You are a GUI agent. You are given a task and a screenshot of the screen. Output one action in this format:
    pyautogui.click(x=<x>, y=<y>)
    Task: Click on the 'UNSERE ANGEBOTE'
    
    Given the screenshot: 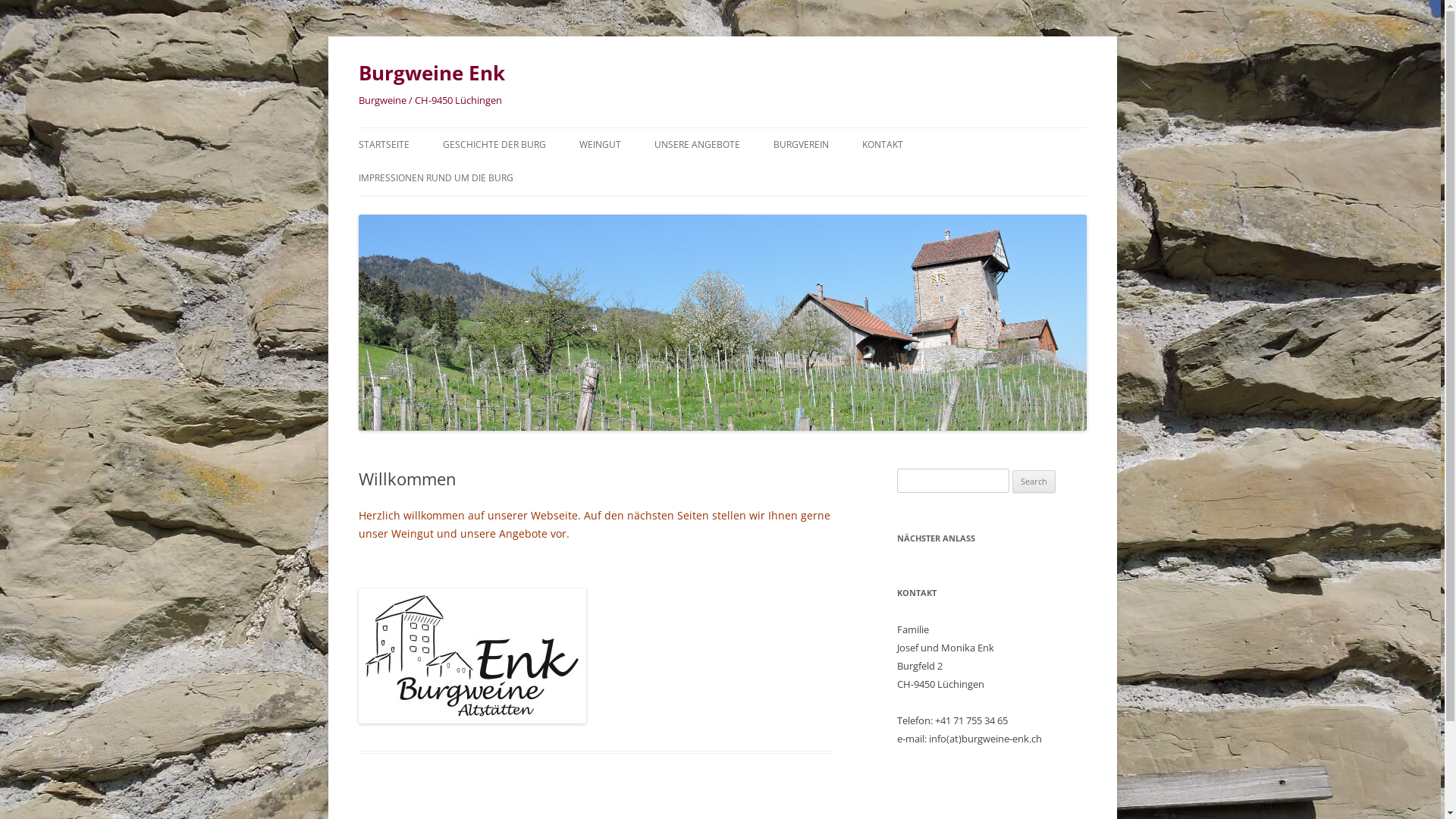 What is the action you would take?
    pyautogui.click(x=695, y=145)
    